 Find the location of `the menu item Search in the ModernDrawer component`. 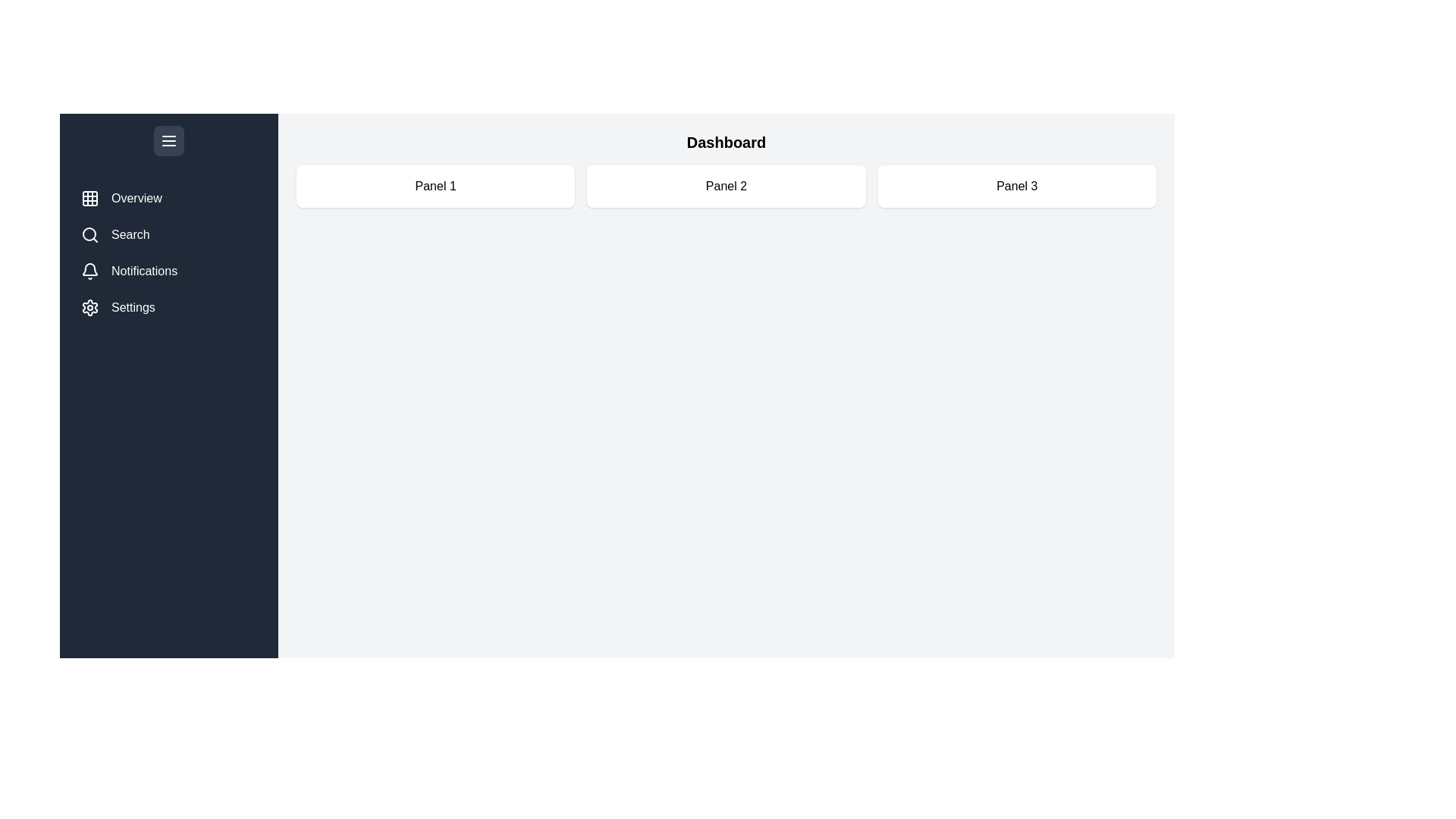

the menu item Search in the ModernDrawer component is located at coordinates (168, 234).